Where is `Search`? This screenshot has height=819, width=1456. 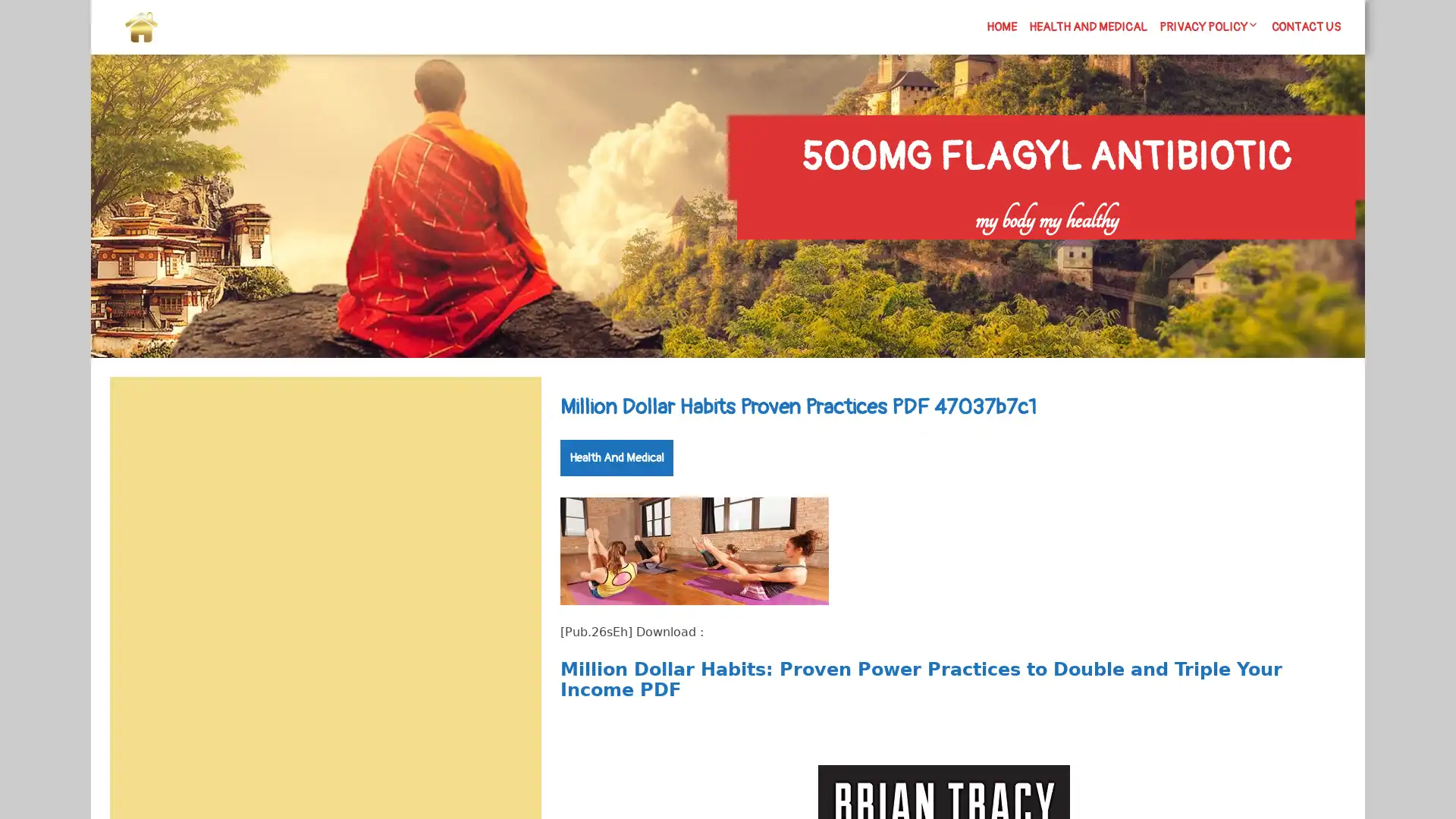 Search is located at coordinates (1181, 248).